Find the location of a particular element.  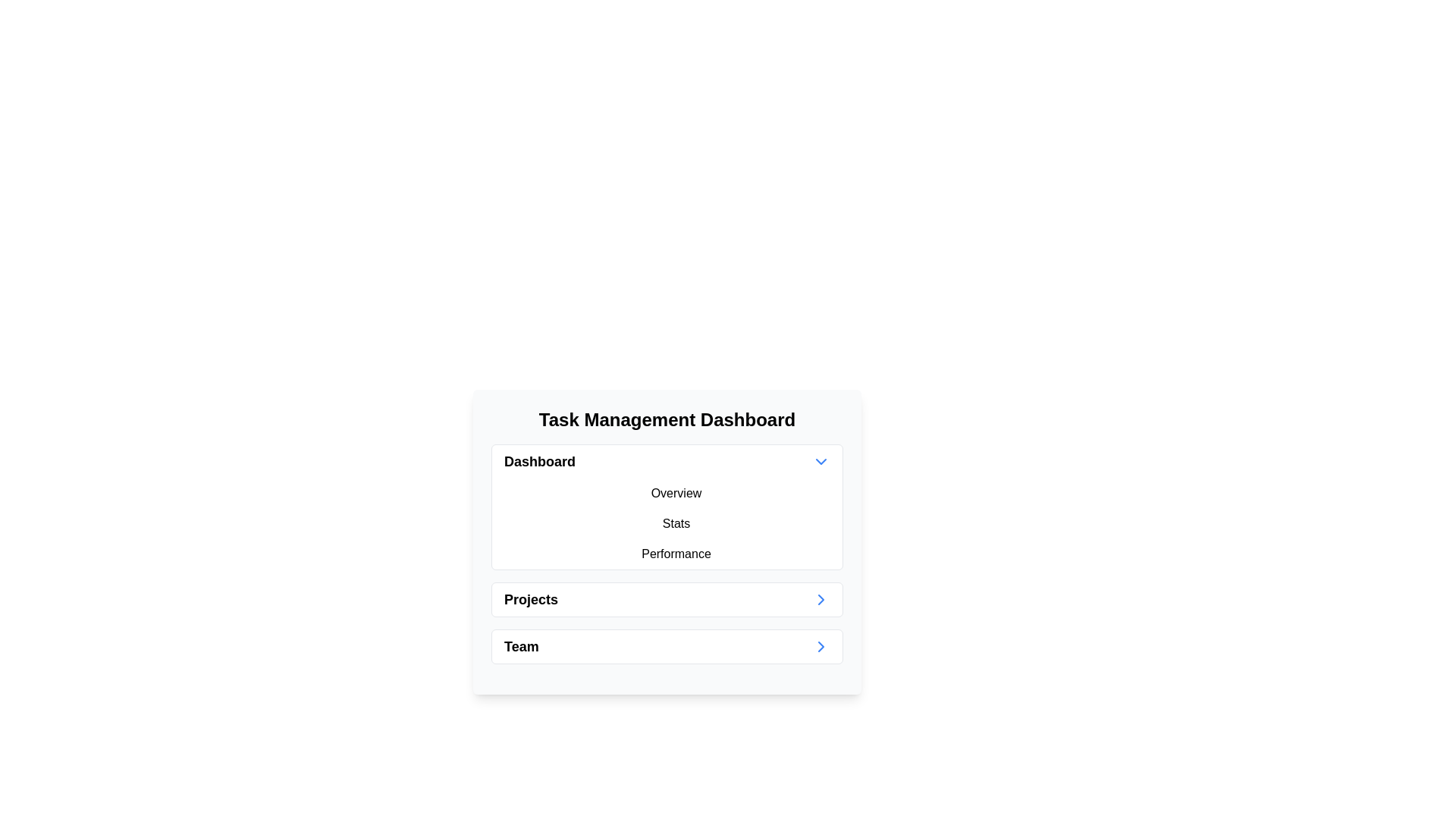

bold header text 'Task Management Dashboard' located at the top of the card to understand the section's purpose is located at coordinates (667, 420).